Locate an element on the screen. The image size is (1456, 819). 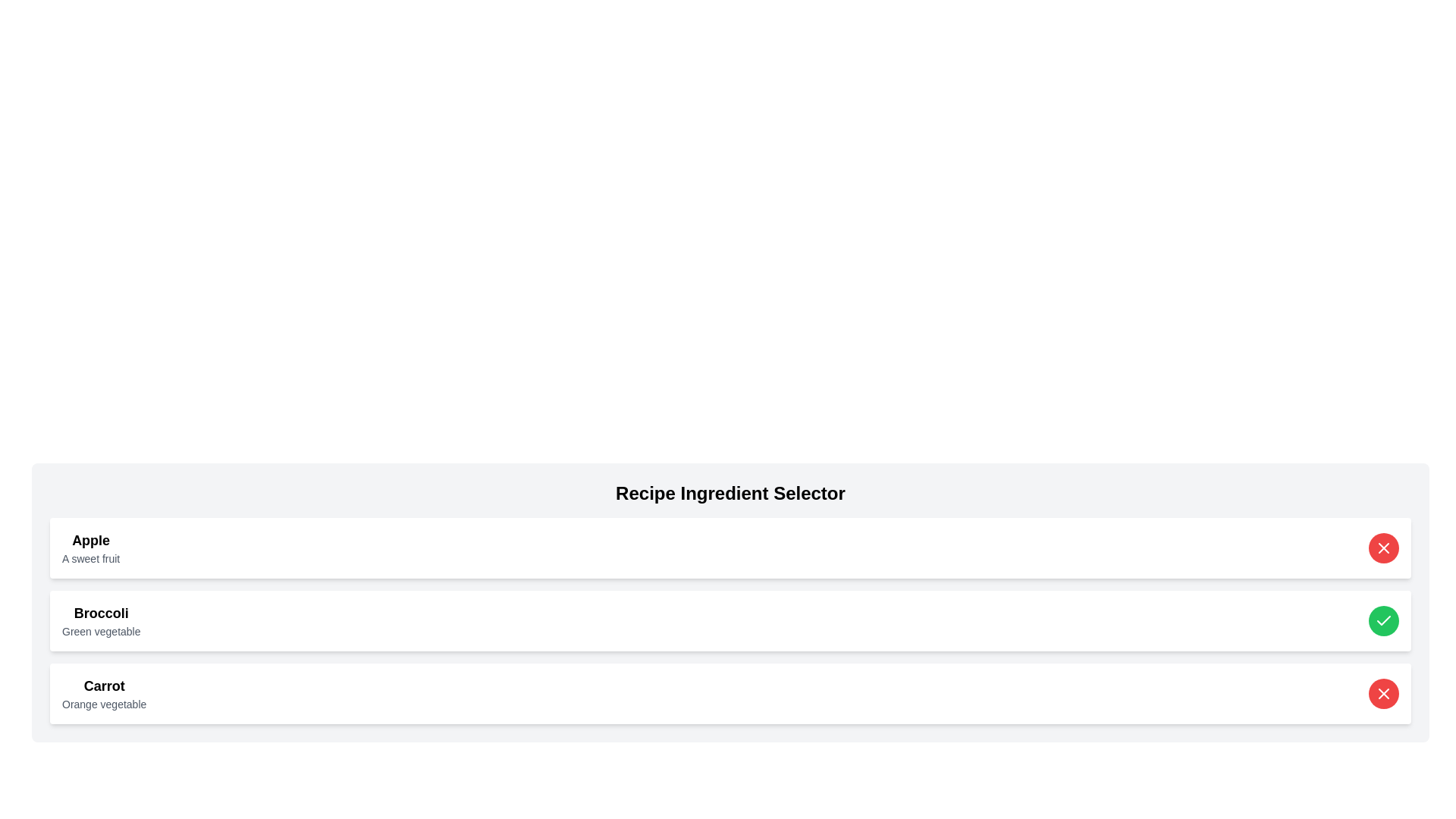
the text label identifying the ingredient 'Broccoli' in the ingredients selection list, which is positioned above 'Green vegetable' and below 'Apple.' is located at coordinates (100, 613).